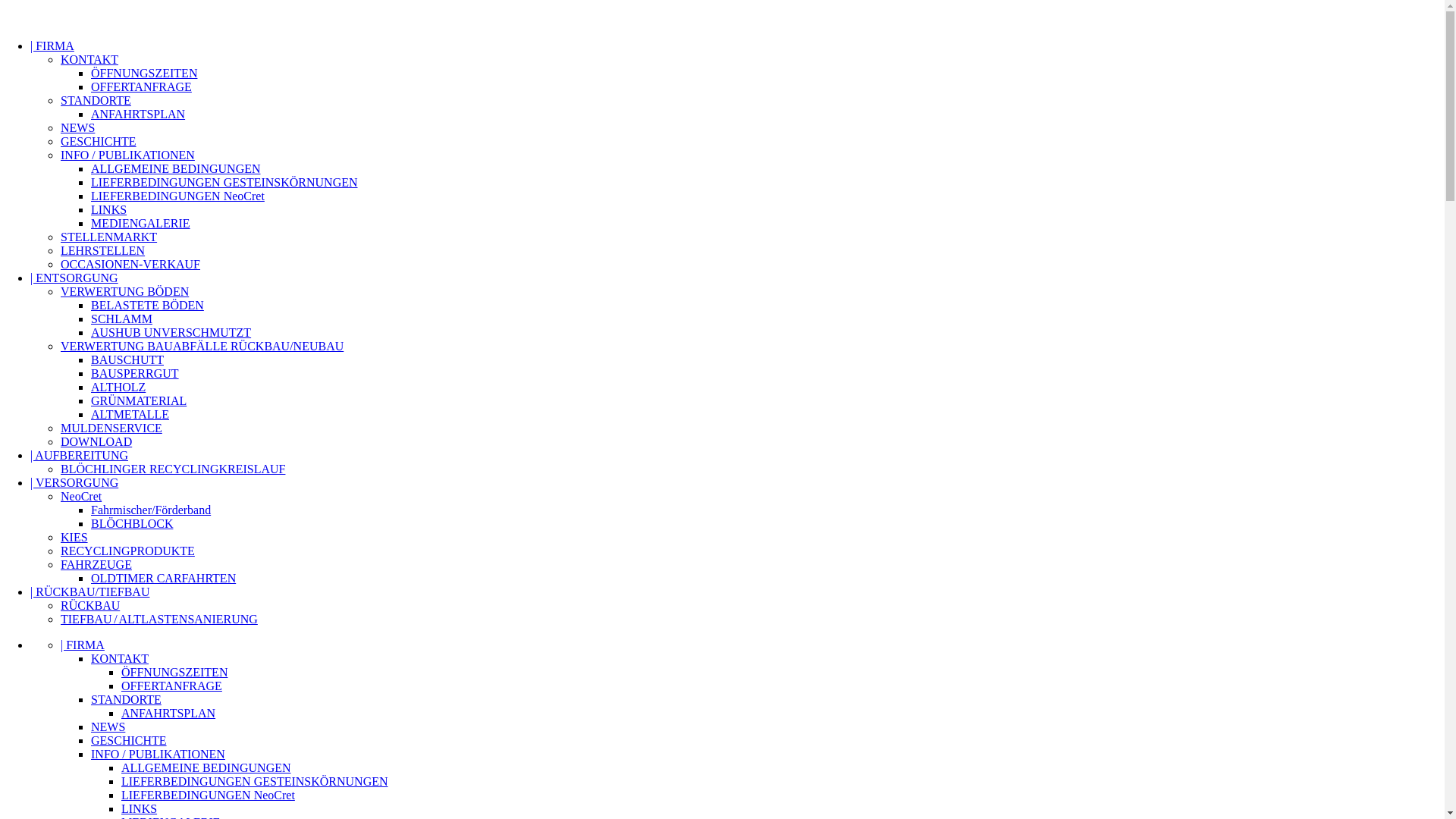 This screenshot has height=819, width=1456. I want to click on 'GESCHICHTE', so click(128, 739).